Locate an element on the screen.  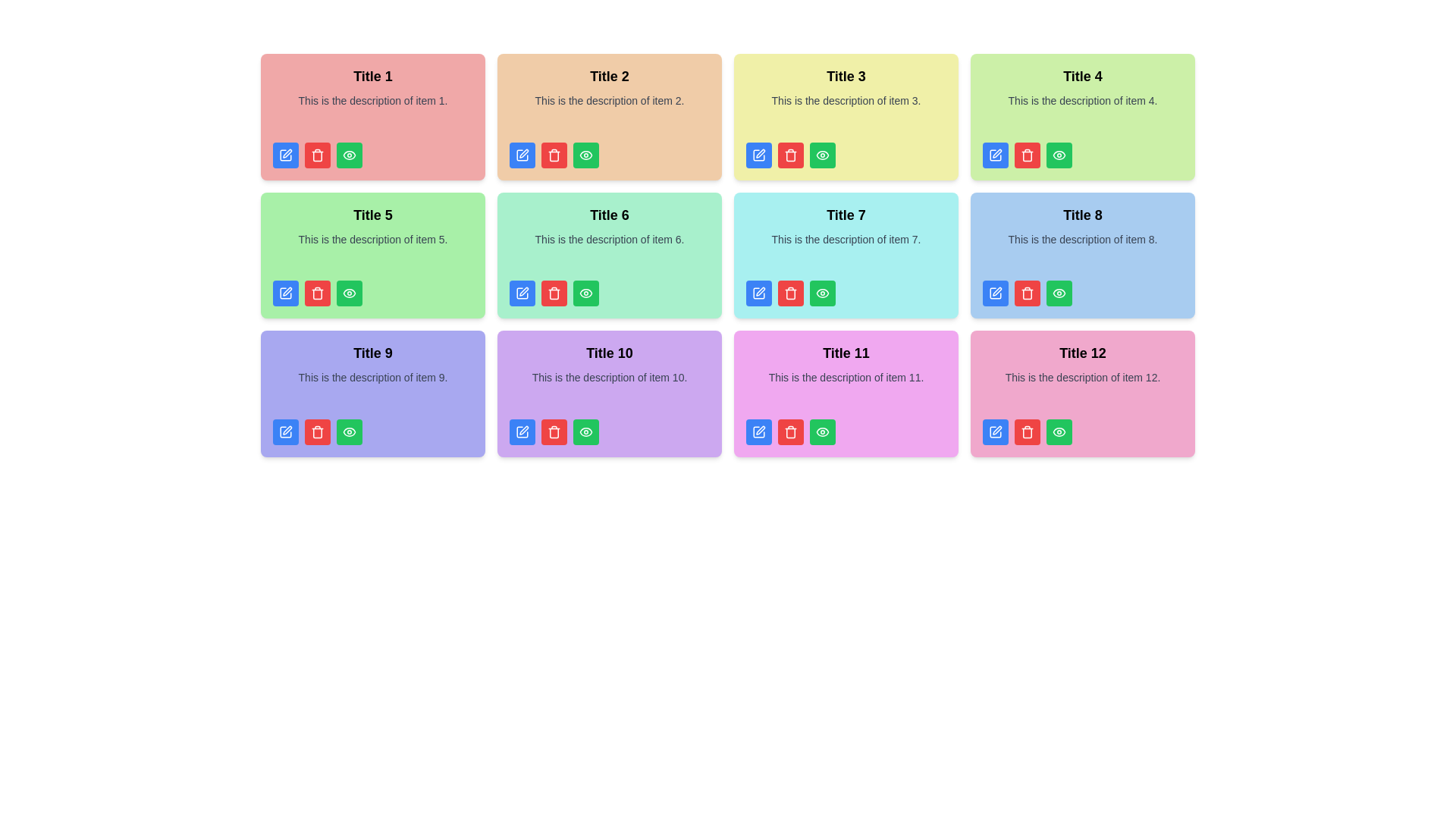
the blue square icon with a pencil overlay located at the bottom-left corner of the card labeled 'Title 9' to initiate the edit action is located at coordinates (286, 431).